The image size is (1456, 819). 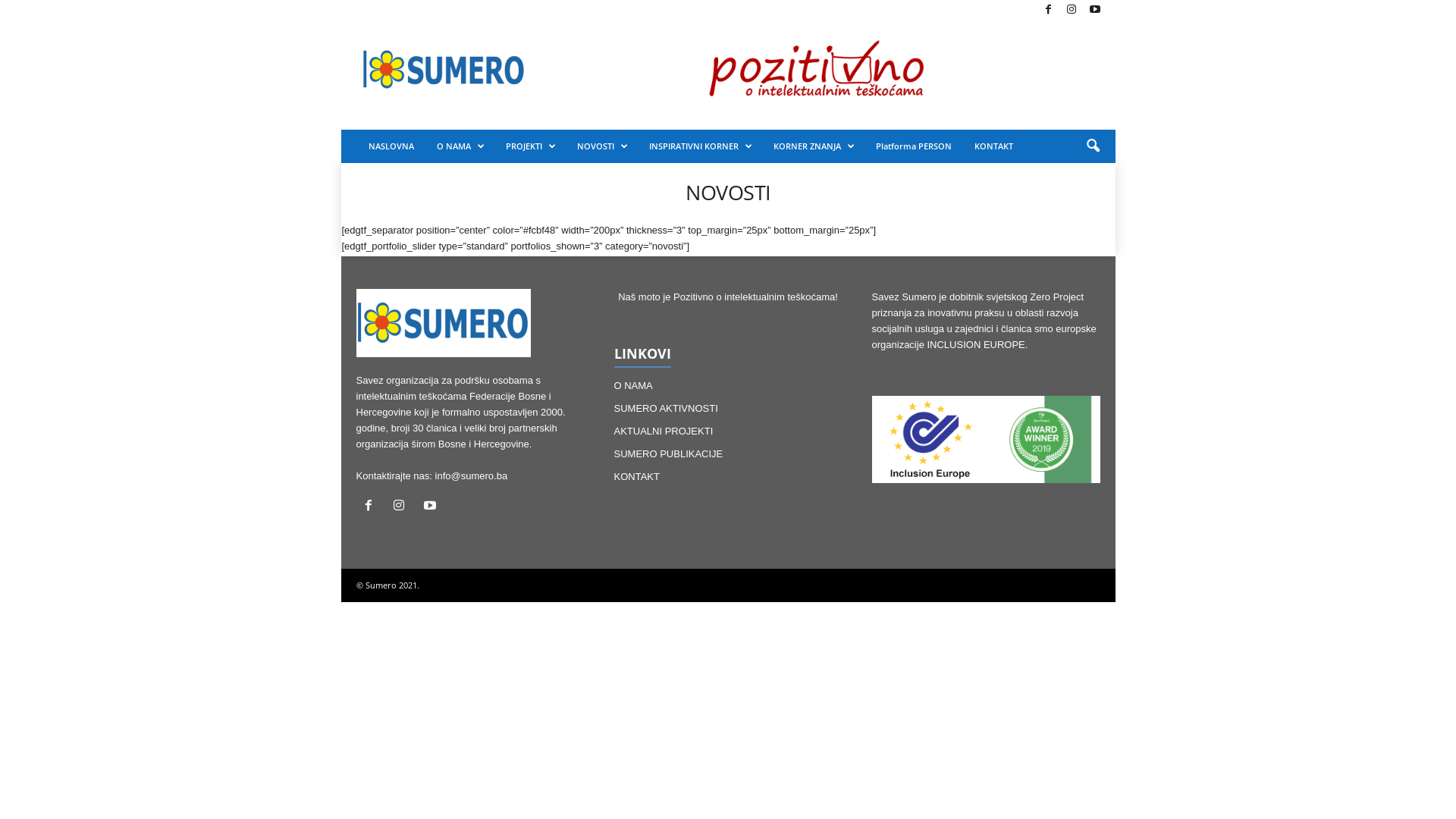 What do you see at coordinates (1037, 10) in the screenshot?
I see `'Facebook'` at bounding box center [1037, 10].